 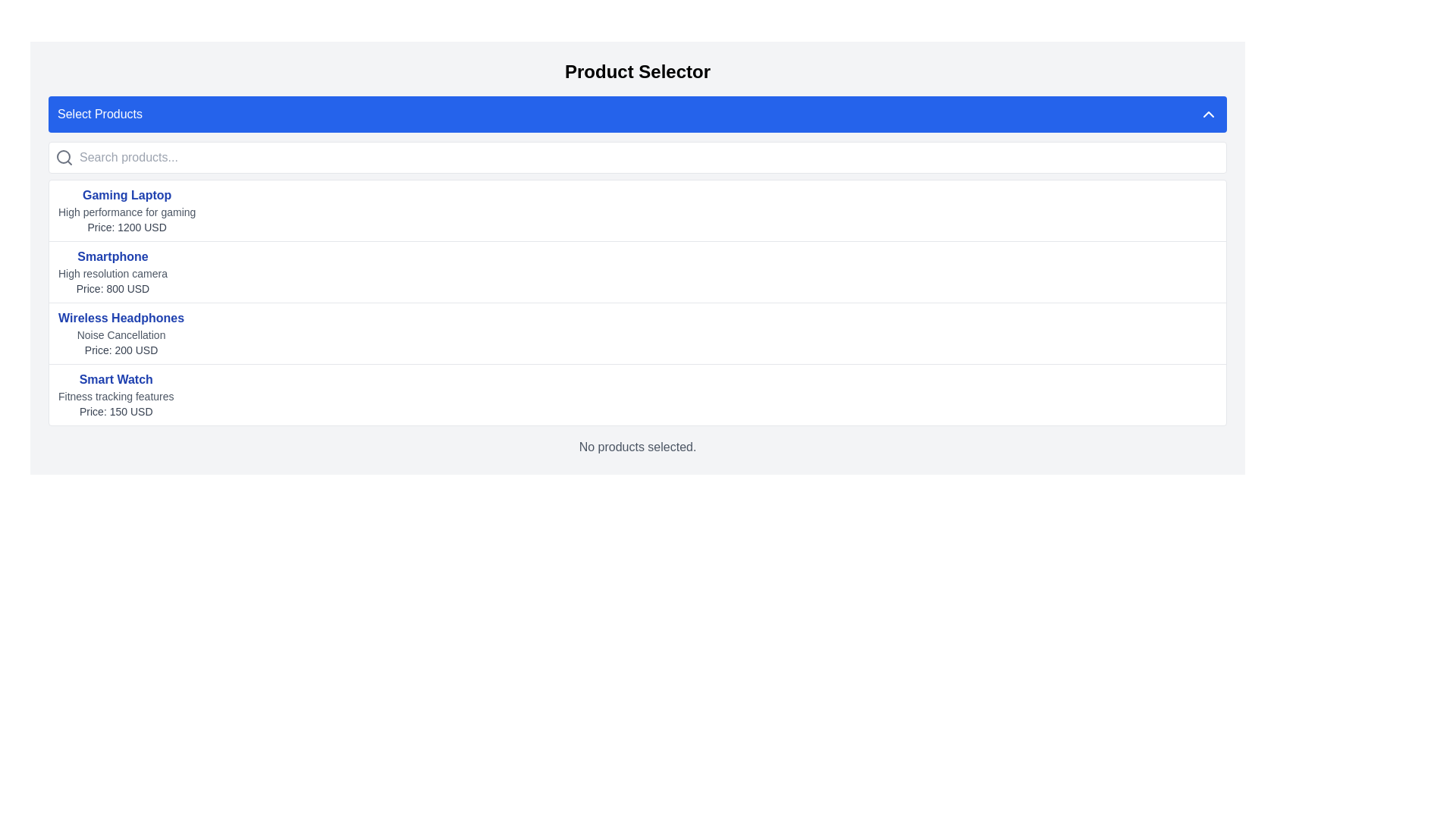 What do you see at coordinates (115, 396) in the screenshot?
I see `supplementary information text label that displays 'Fitness tracking features', which is styled in a smaller gray font, located under the 'Smart Watch' heading and above the 'Price: 150 USD'` at bounding box center [115, 396].